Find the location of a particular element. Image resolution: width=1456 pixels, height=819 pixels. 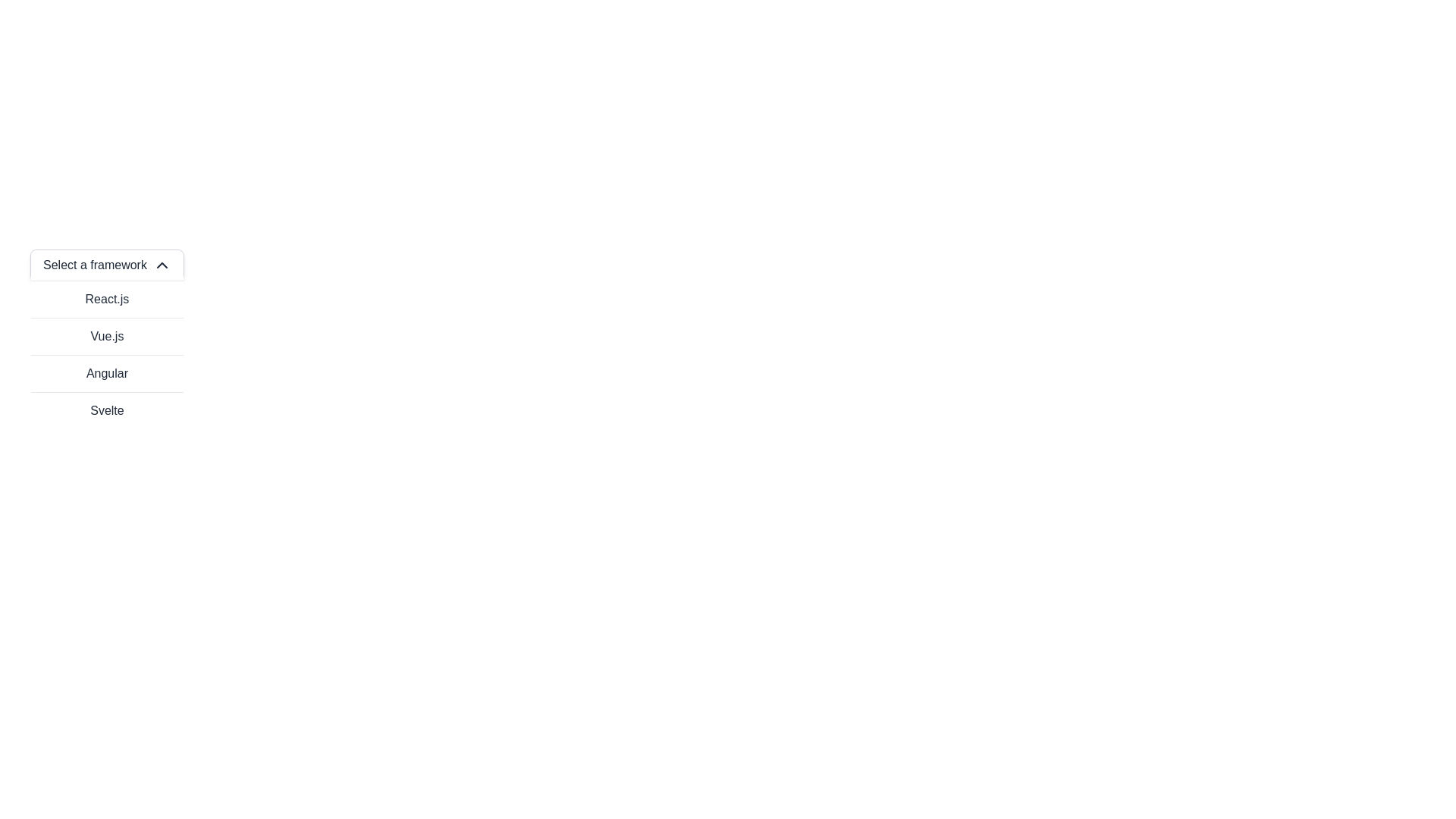

the 'Vue.js' button in the dropdown menu is located at coordinates (106, 354).